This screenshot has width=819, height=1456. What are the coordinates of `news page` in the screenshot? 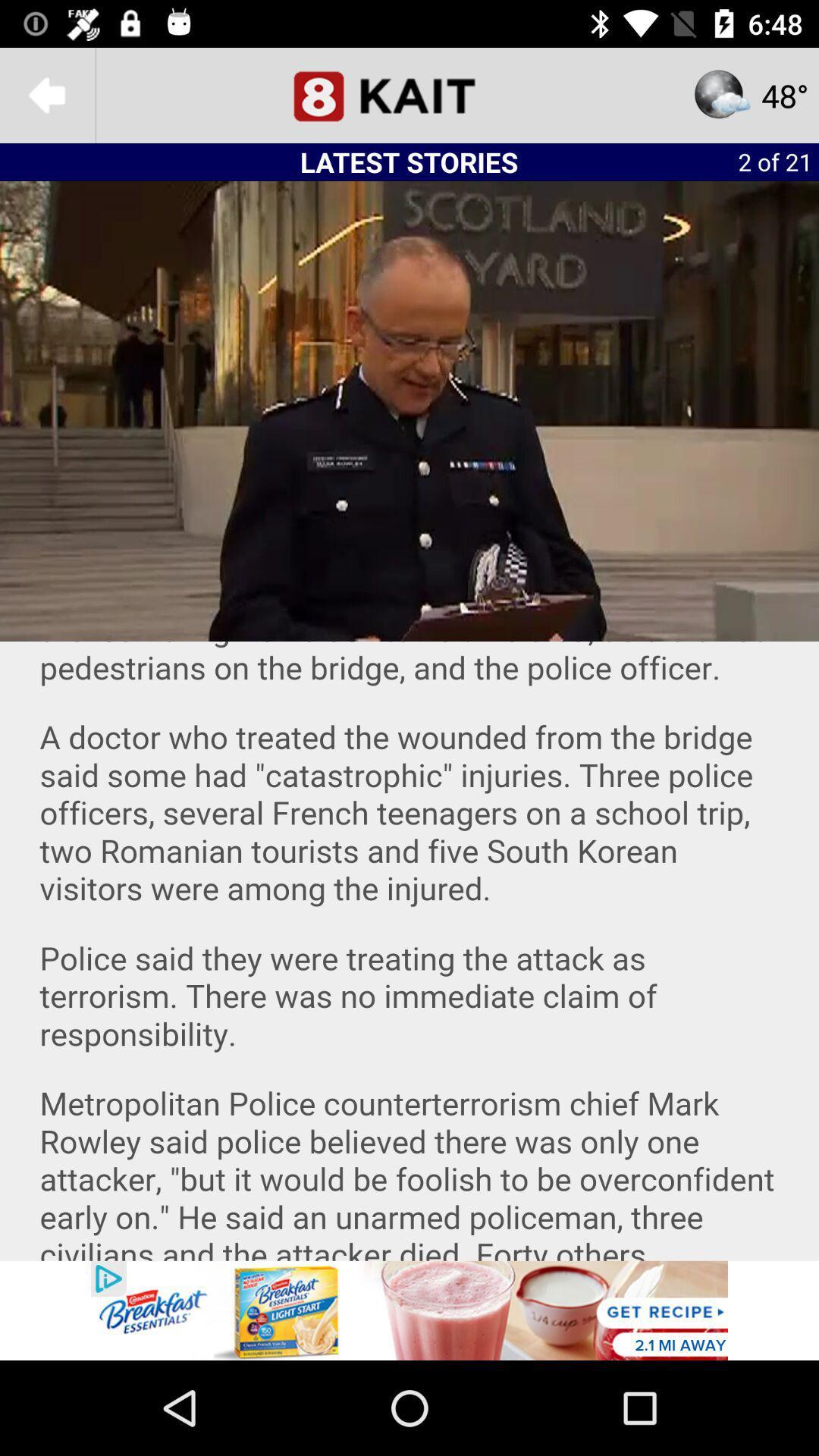 It's located at (409, 94).